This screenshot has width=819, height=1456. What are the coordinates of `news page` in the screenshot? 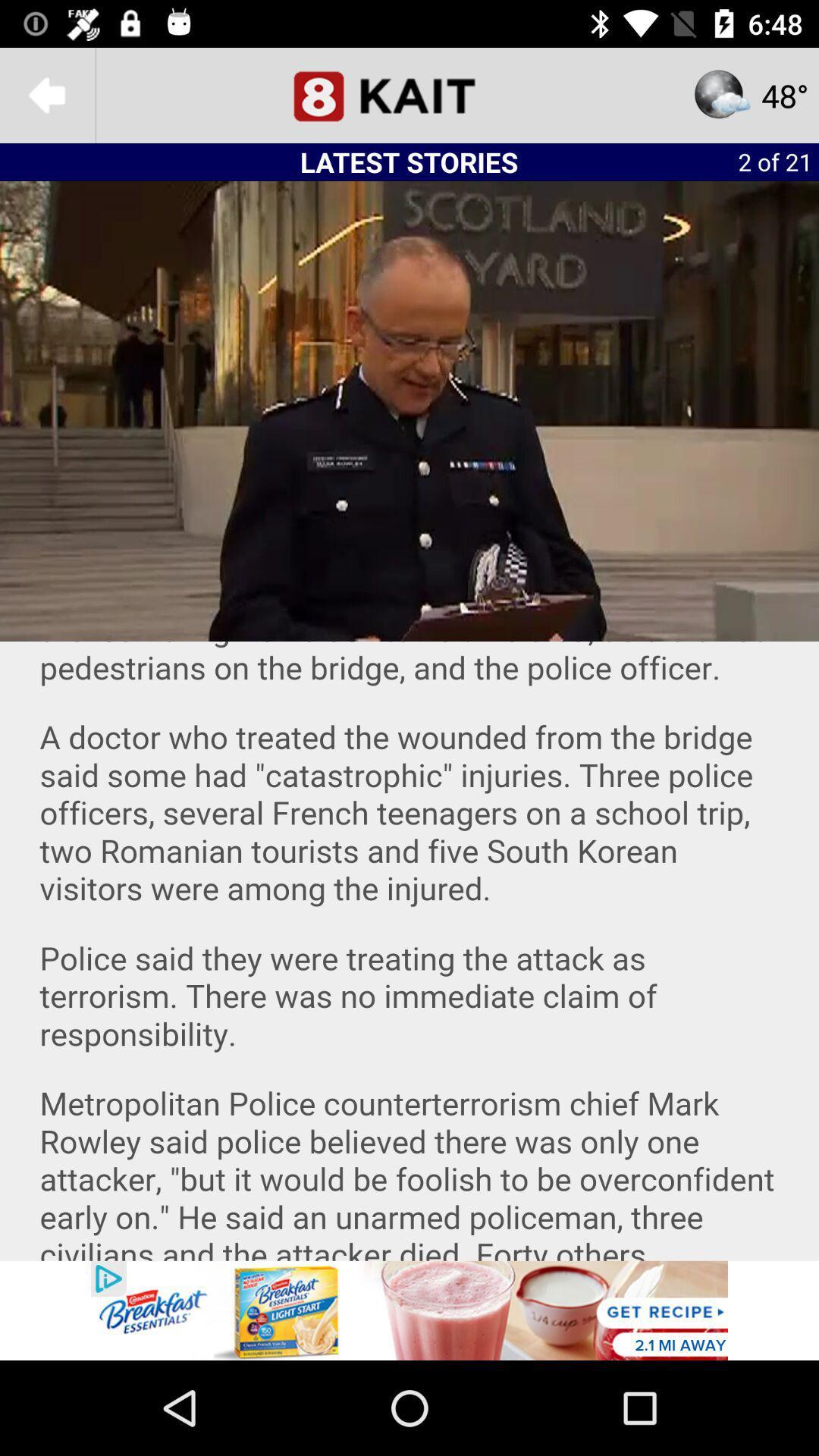 It's located at (409, 94).